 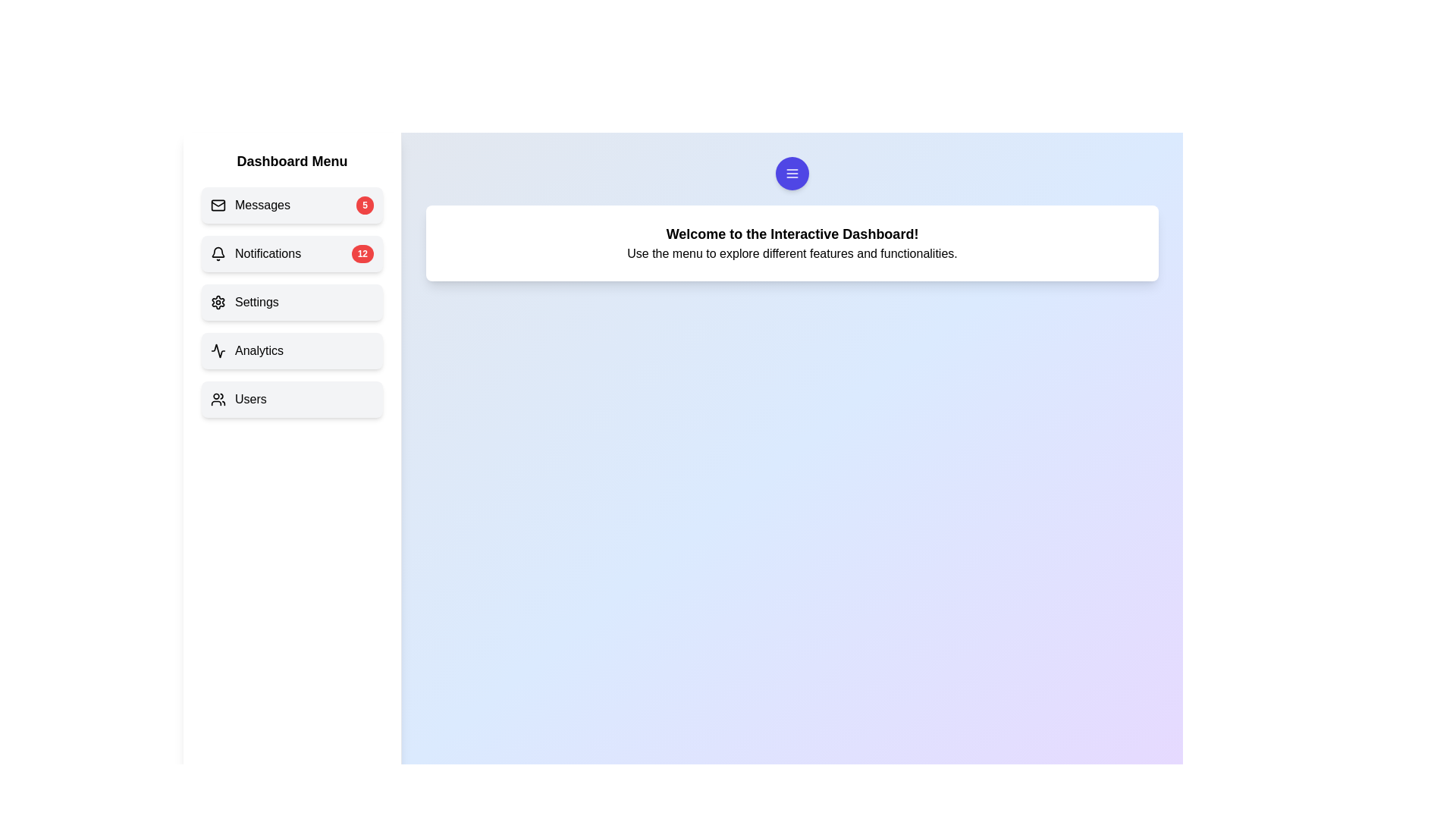 I want to click on the menu item Settings to navigate to its respective section, so click(x=292, y=302).